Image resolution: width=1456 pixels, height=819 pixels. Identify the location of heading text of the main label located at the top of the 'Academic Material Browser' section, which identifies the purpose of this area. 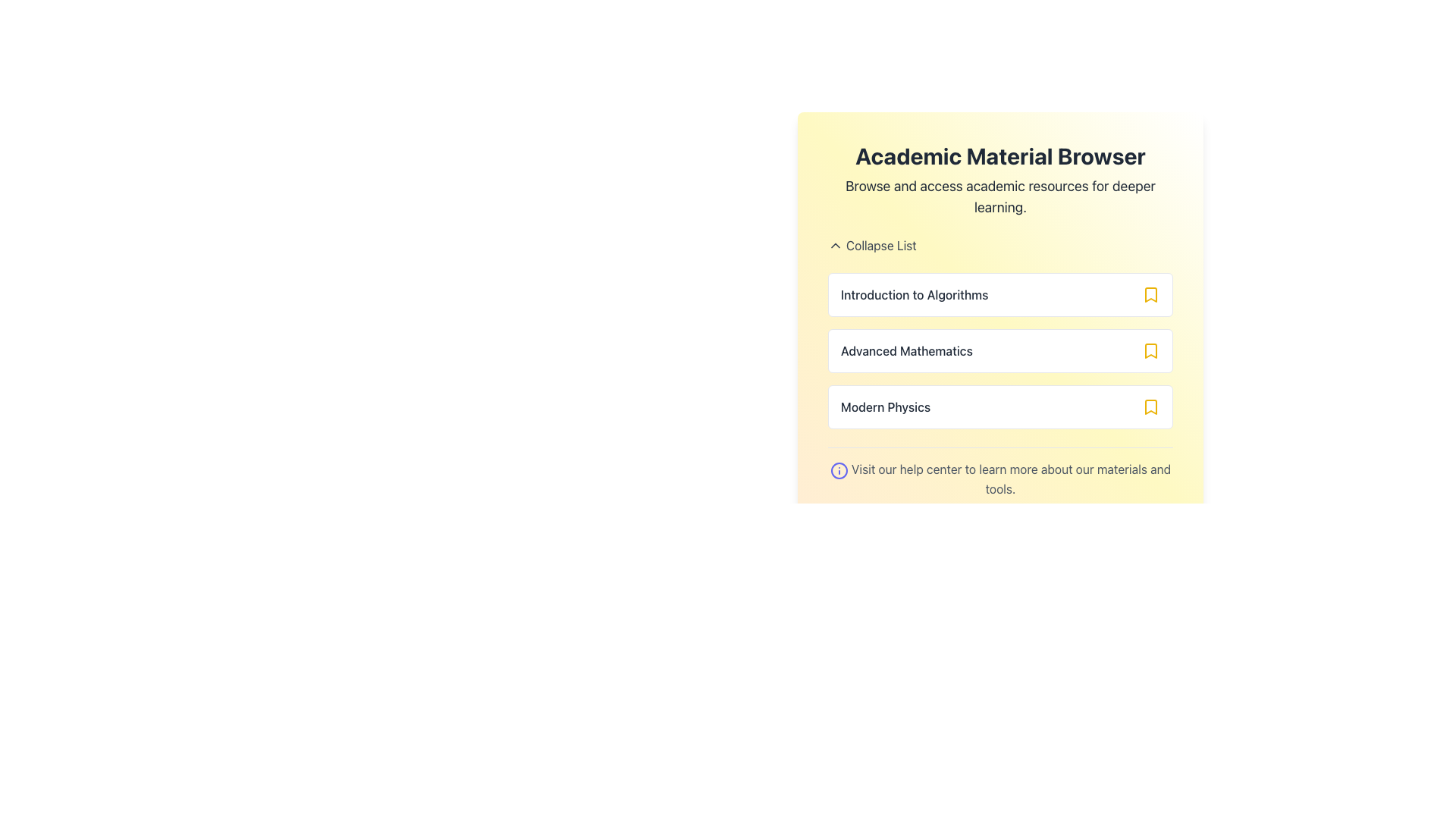
(1000, 155).